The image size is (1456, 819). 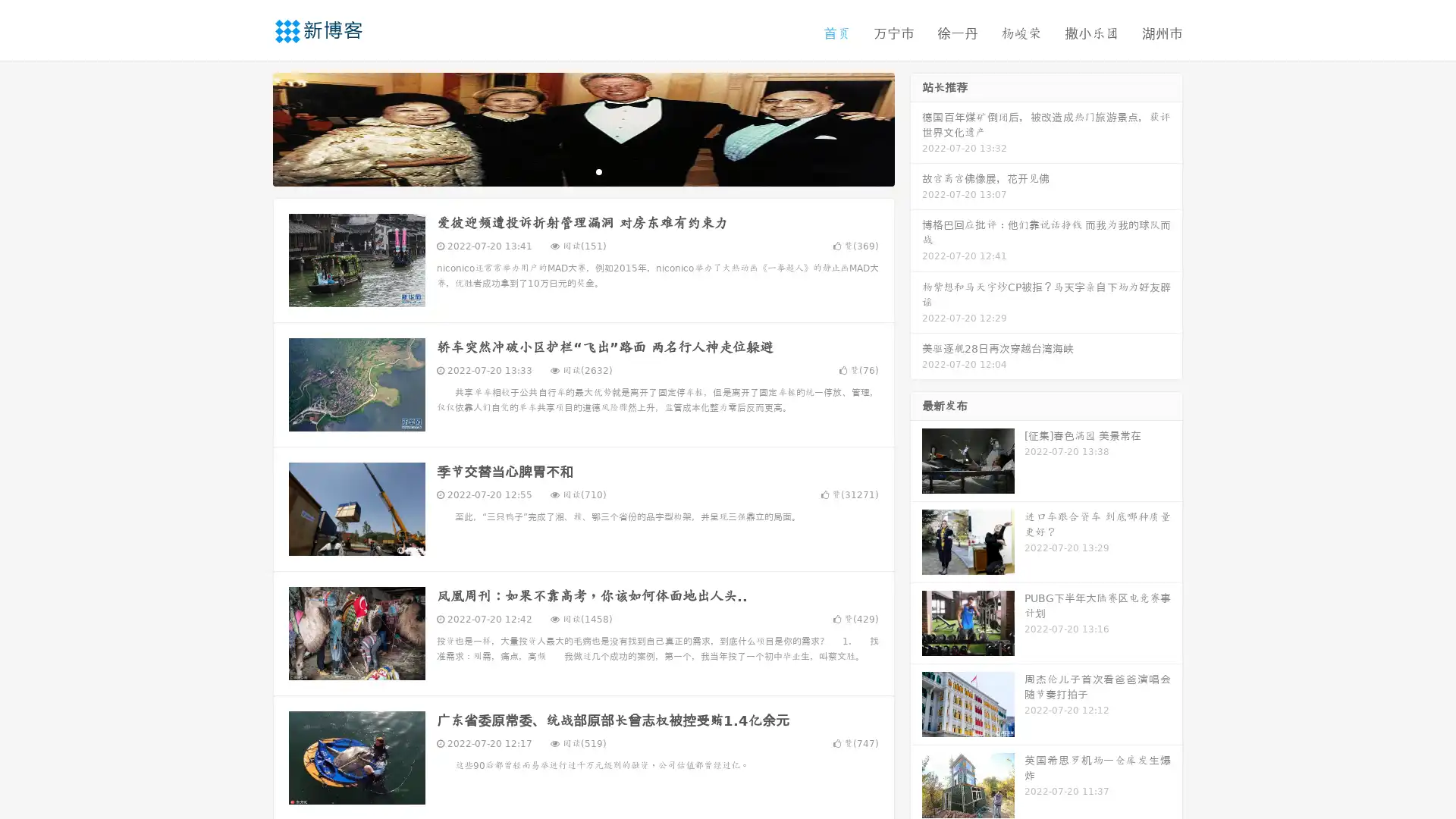 I want to click on Previous slide, so click(x=250, y=127).